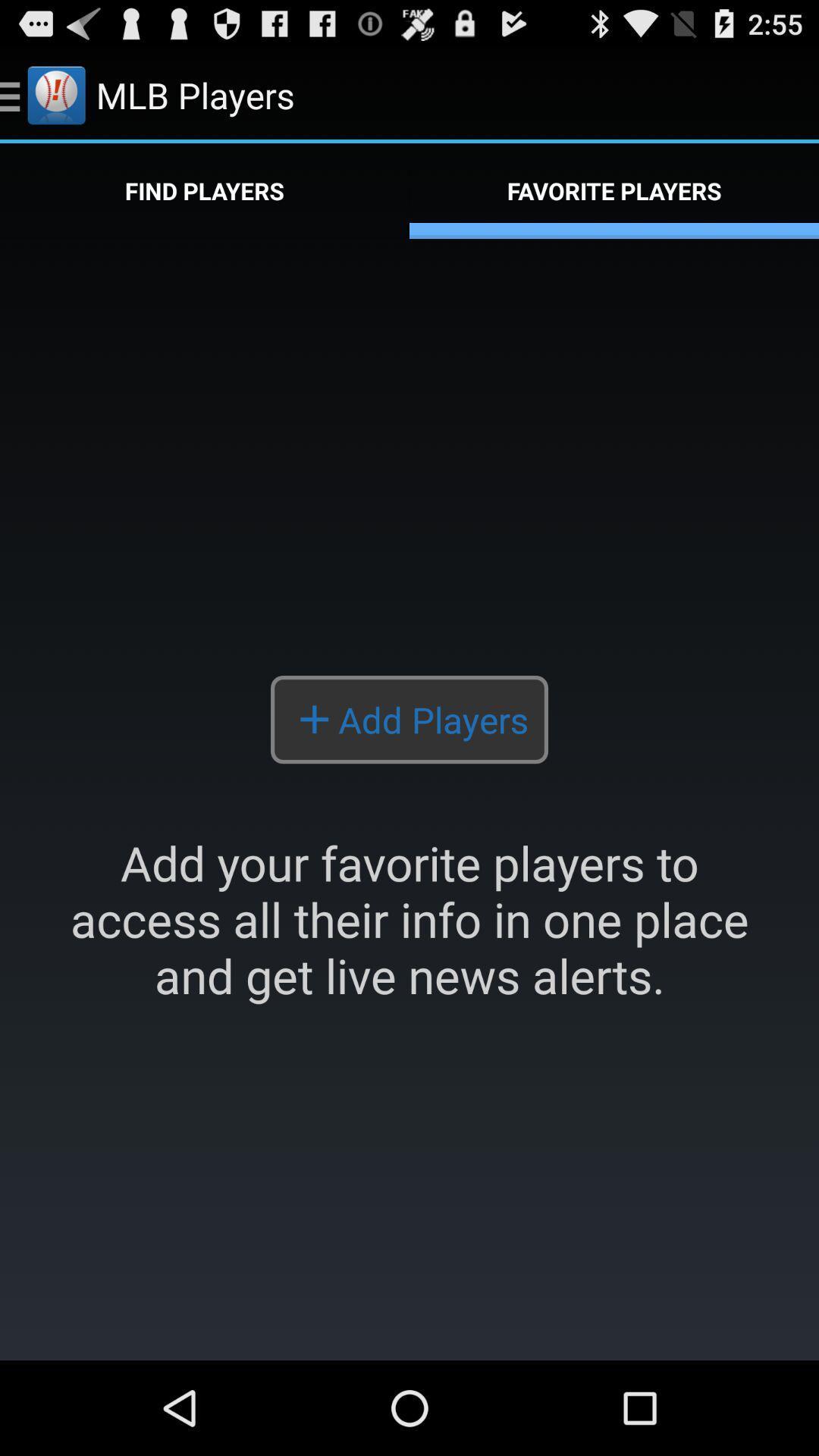  Describe the element at coordinates (205, 190) in the screenshot. I see `the app next to the favorite players icon` at that location.